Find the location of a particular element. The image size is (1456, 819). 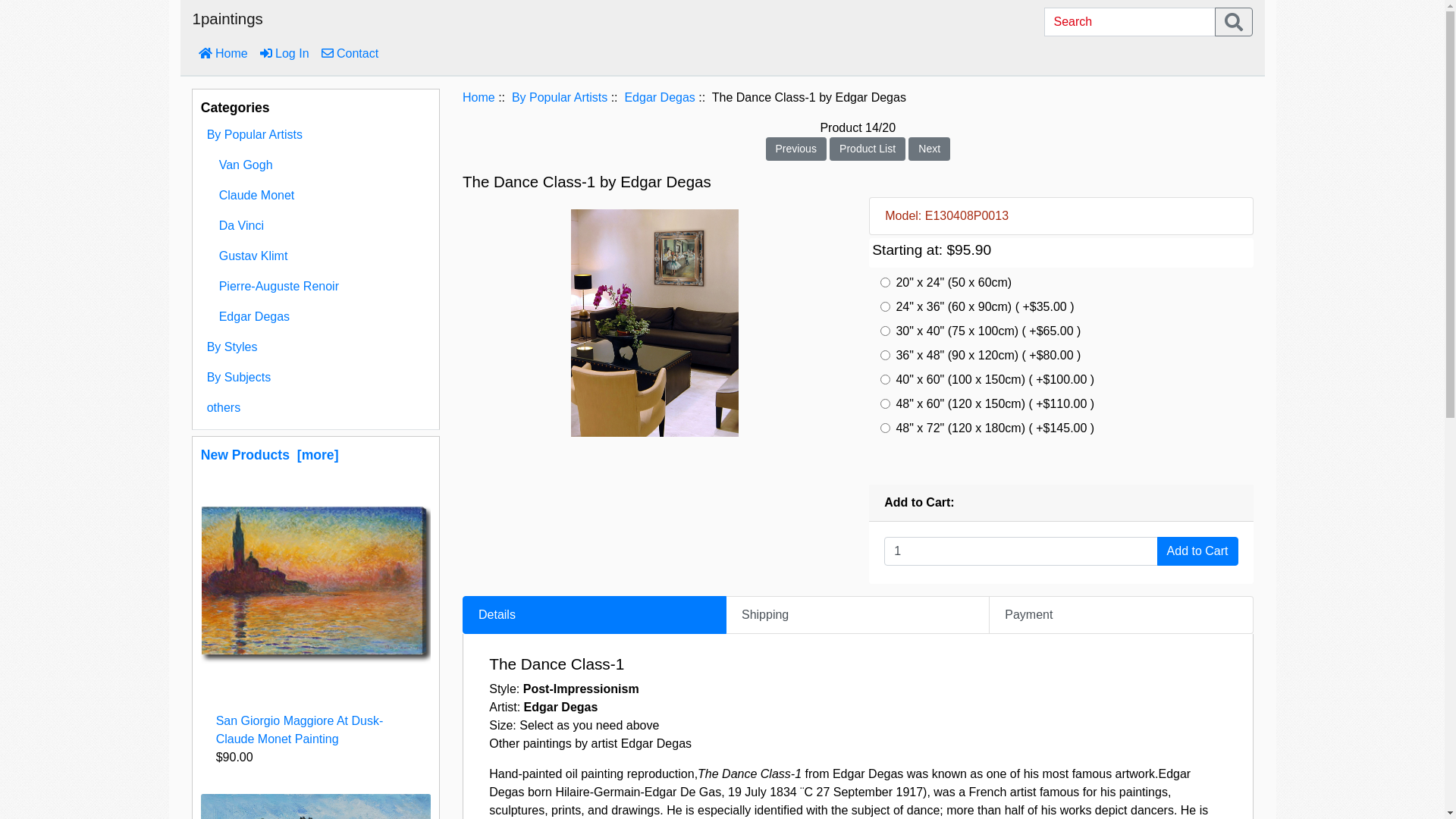

' Product List ' is located at coordinates (867, 147).